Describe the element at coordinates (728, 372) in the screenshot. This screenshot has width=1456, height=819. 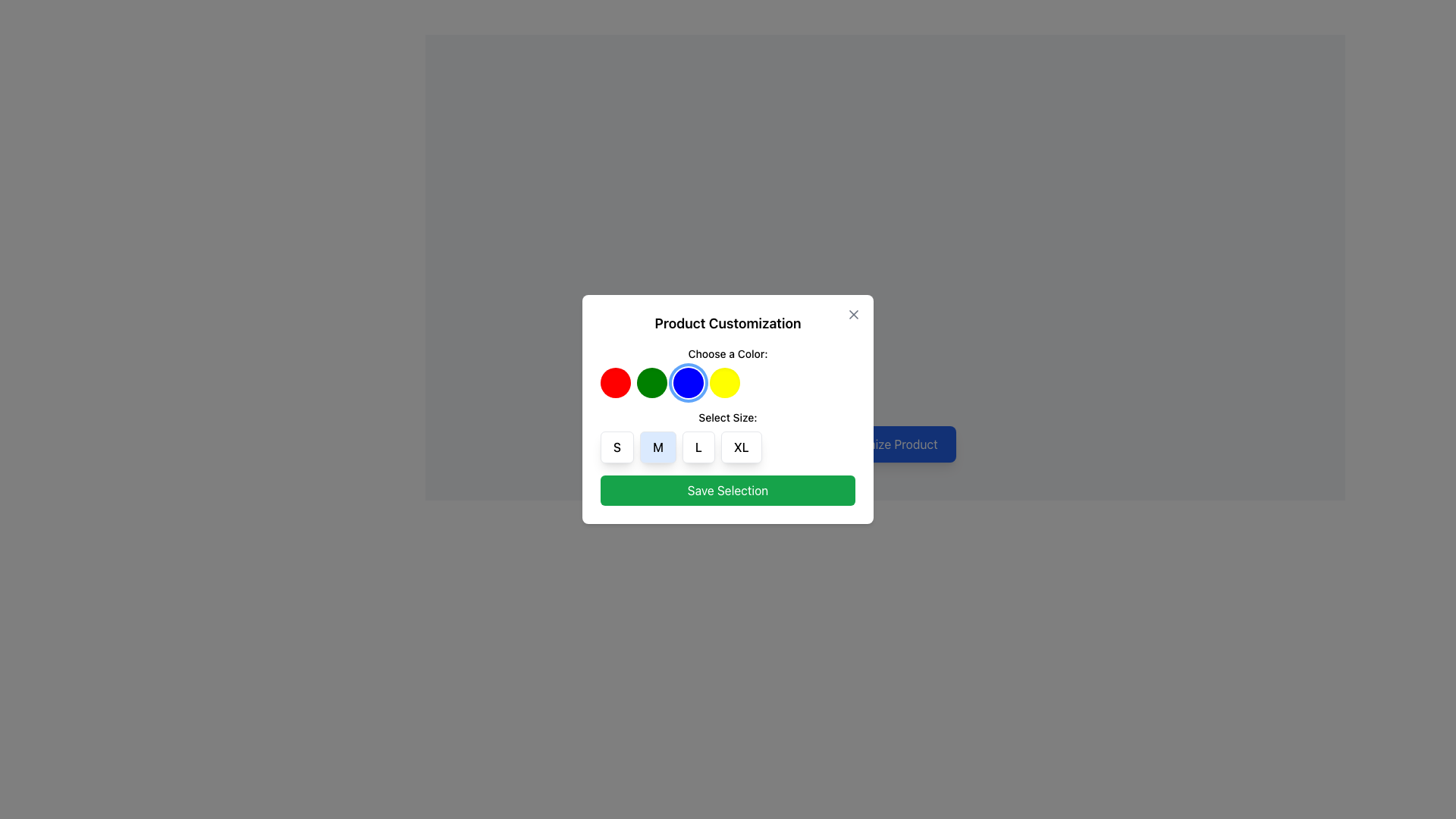
I see `a color button in the color selection group labeled 'Choose a Color:'` at that location.